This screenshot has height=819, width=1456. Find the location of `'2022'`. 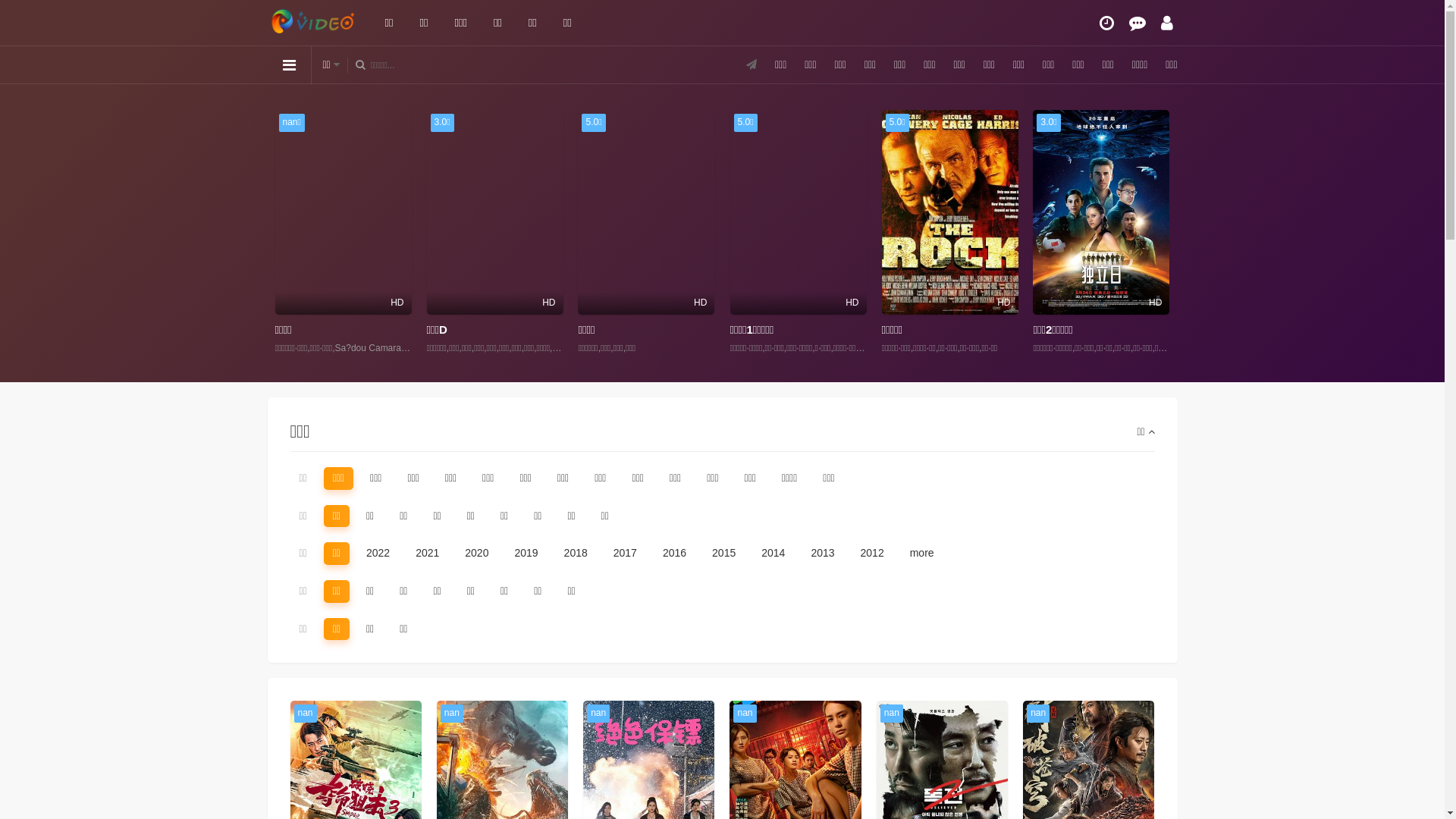

'2022' is located at coordinates (378, 553).